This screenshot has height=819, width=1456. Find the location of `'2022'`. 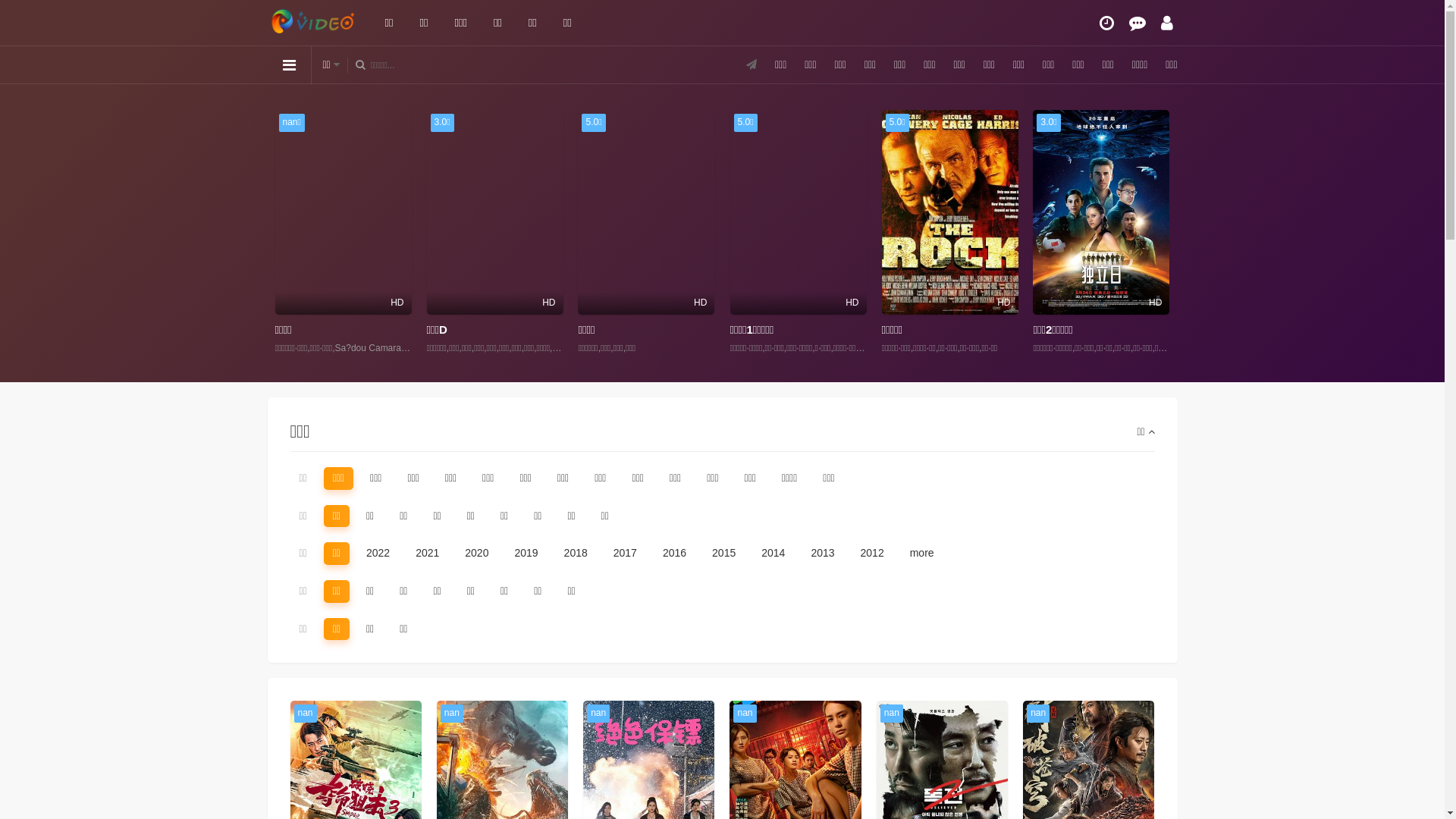

'2022' is located at coordinates (378, 553).